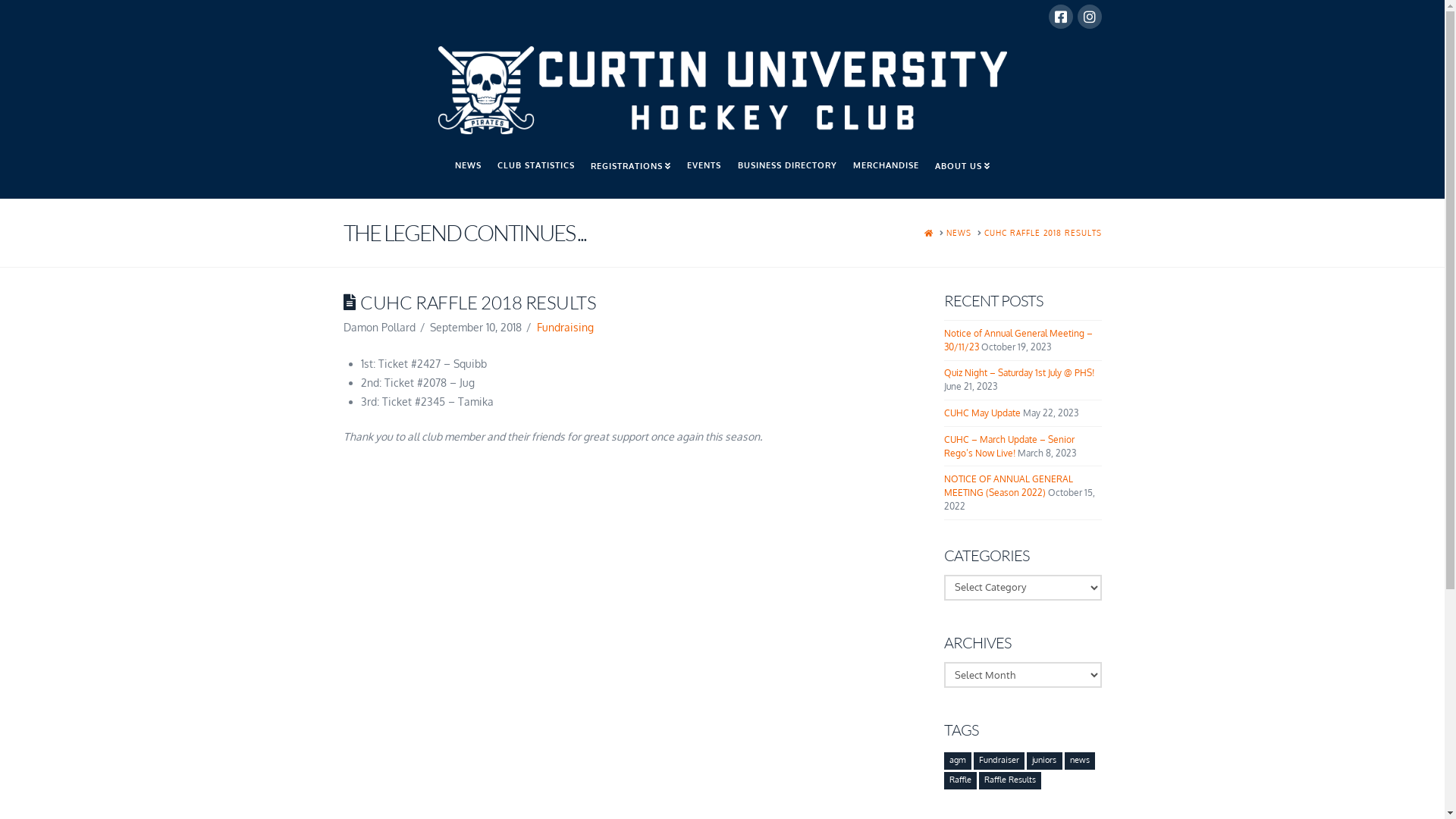  What do you see at coordinates (927, 233) in the screenshot?
I see `'HOME'` at bounding box center [927, 233].